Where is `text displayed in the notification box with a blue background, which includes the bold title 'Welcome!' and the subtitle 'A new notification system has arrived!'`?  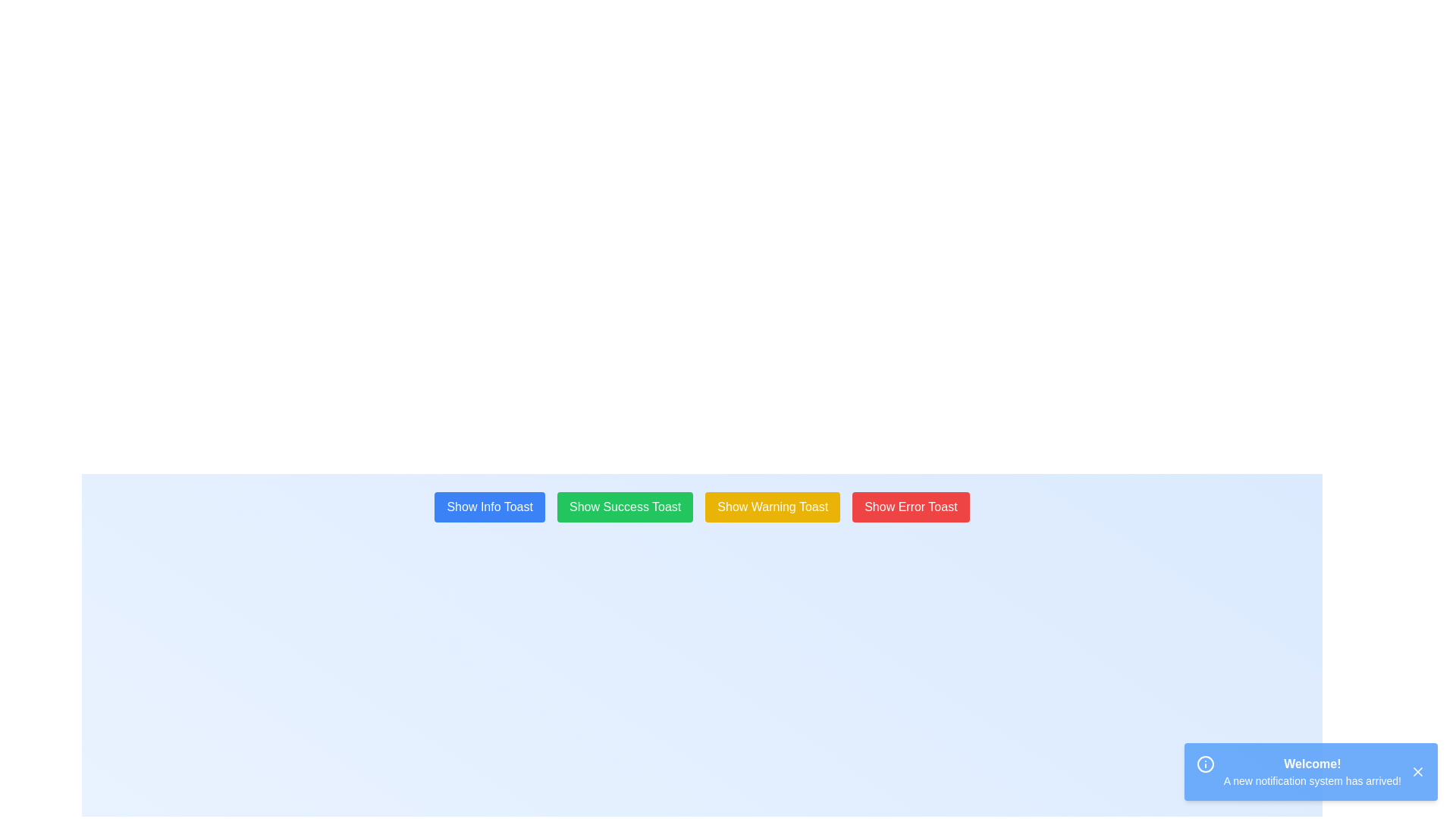 text displayed in the notification box with a blue background, which includes the bold title 'Welcome!' and the subtitle 'A new notification system has arrived!' is located at coordinates (1311, 772).